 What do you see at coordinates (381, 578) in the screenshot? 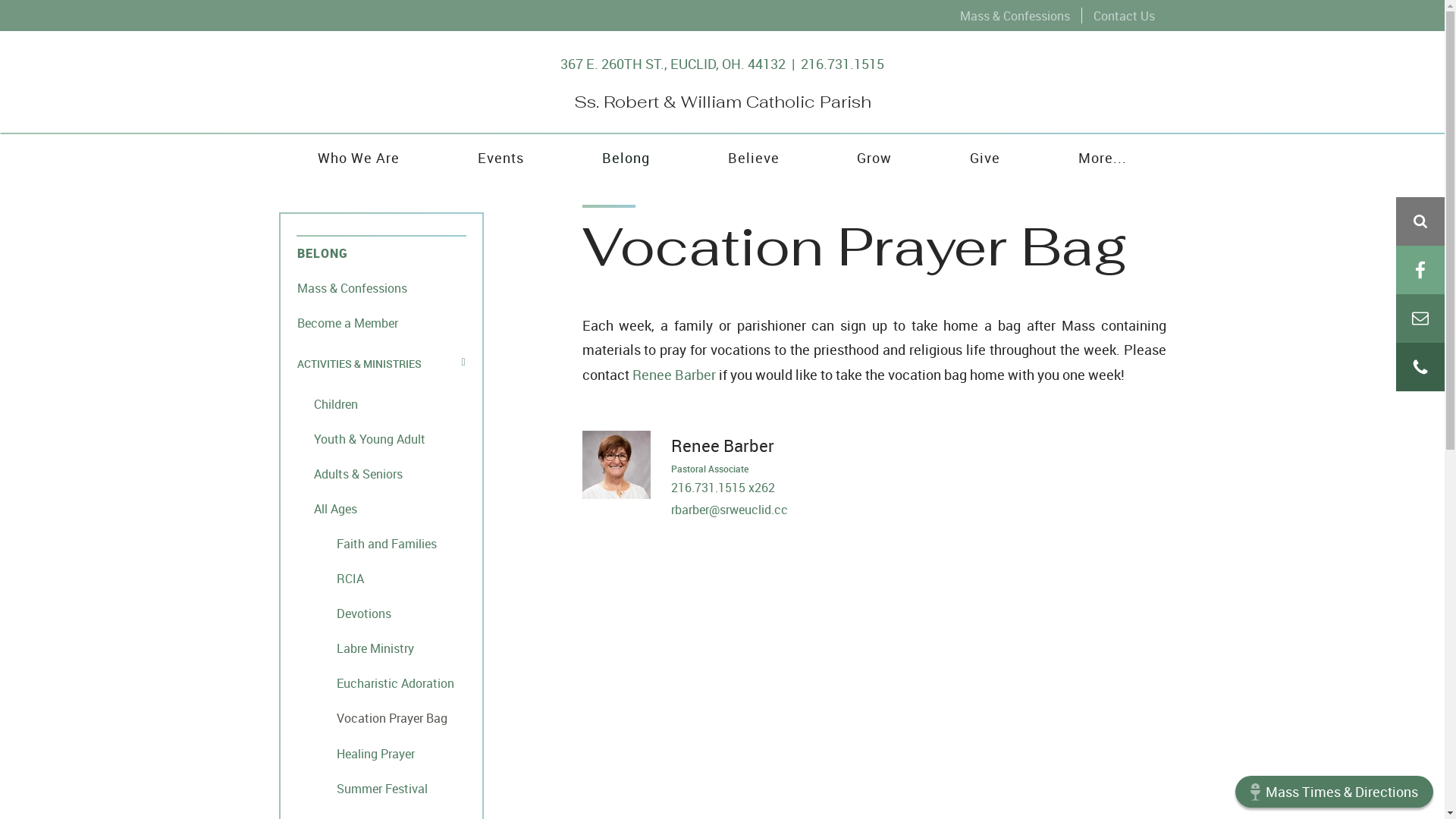
I see `'RCIA'` at bounding box center [381, 578].